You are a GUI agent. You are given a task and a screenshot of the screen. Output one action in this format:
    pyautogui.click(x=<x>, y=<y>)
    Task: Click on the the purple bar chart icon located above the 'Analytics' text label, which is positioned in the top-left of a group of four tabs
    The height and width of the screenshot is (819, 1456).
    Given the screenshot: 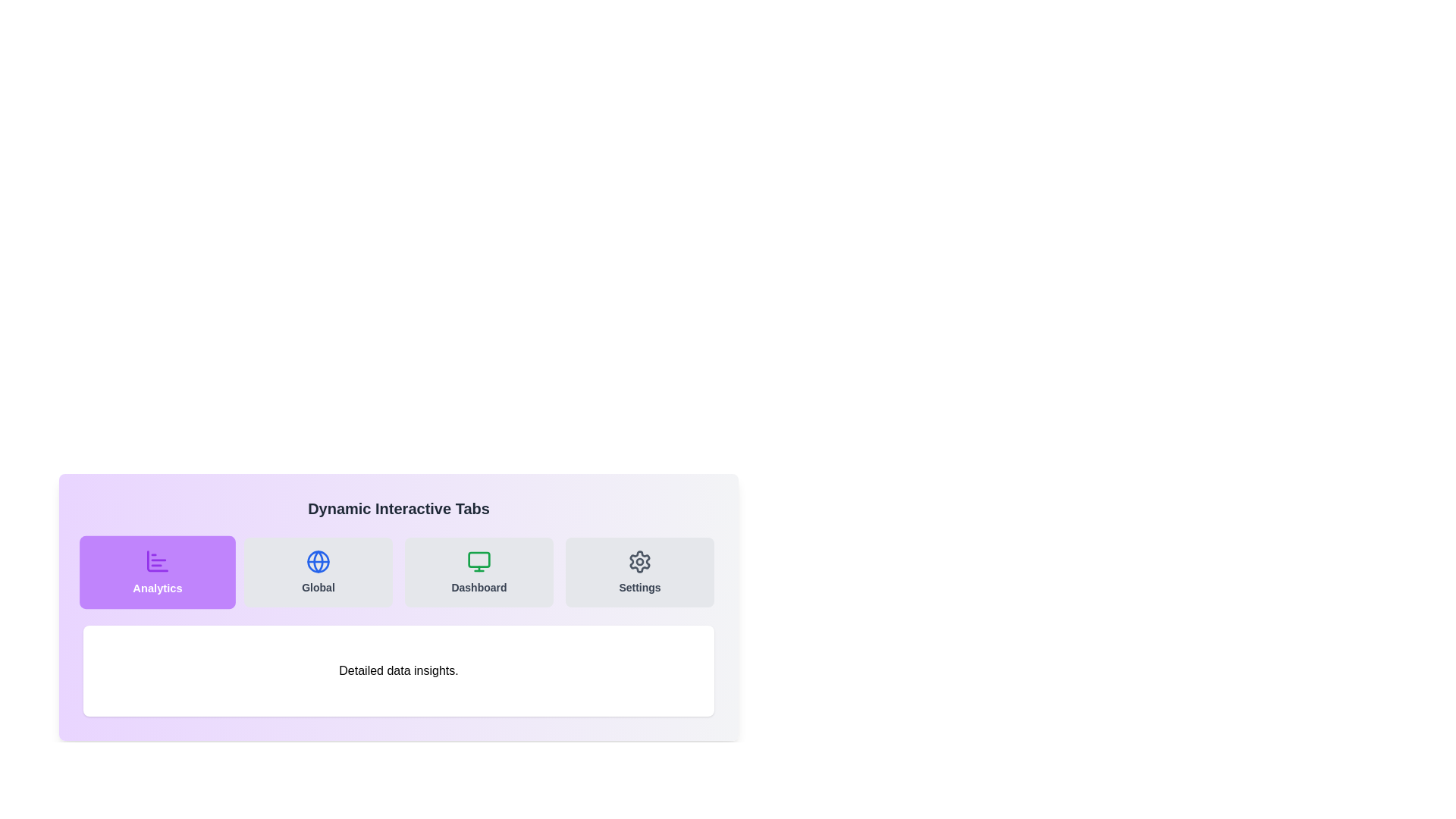 What is the action you would take?
    pyautogui.click(x=157, y=561)
    